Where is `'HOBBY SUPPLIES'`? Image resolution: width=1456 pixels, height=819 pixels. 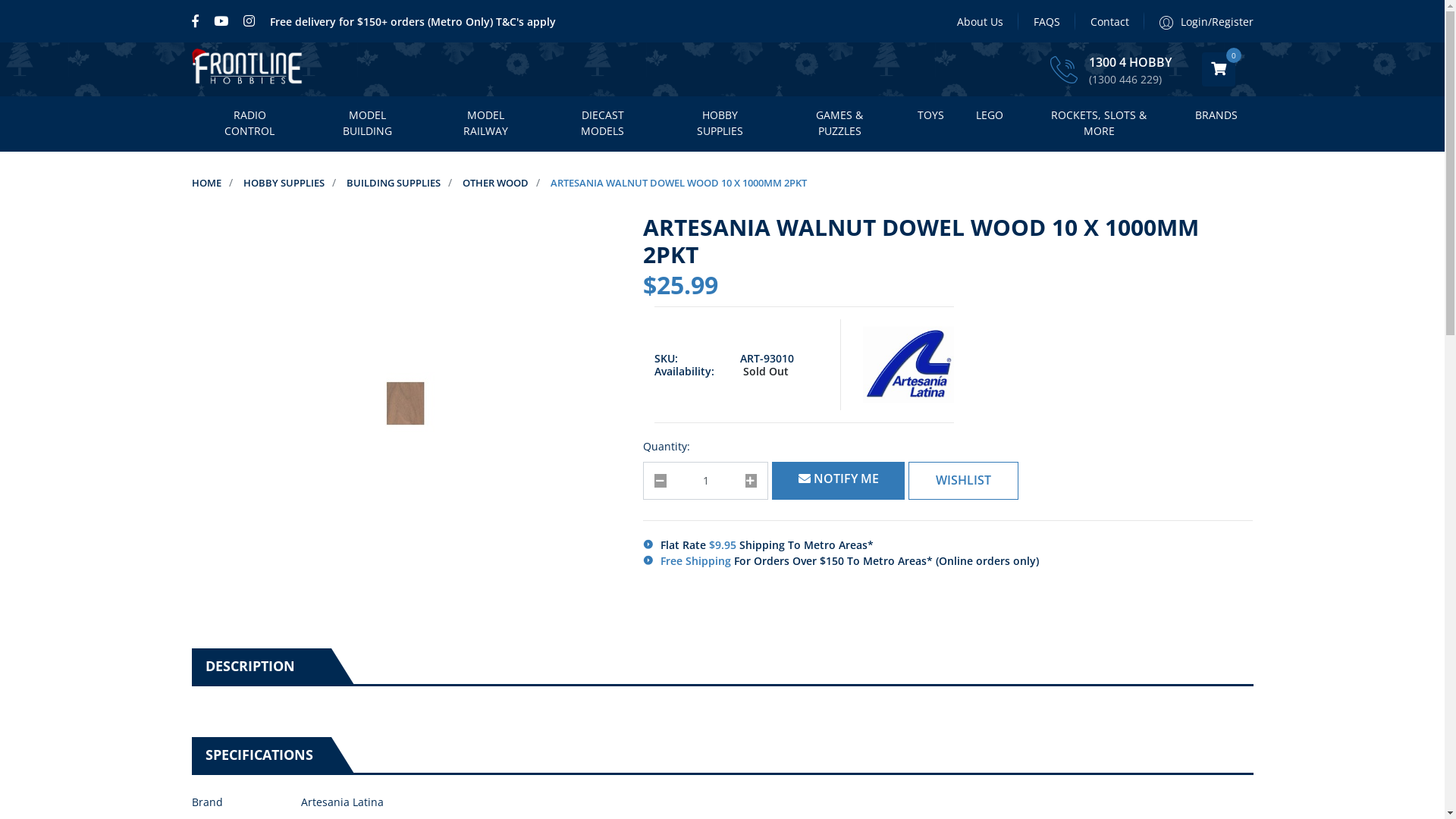
'HOBBY SUPPLIES' is located at coordinates (719, 123).